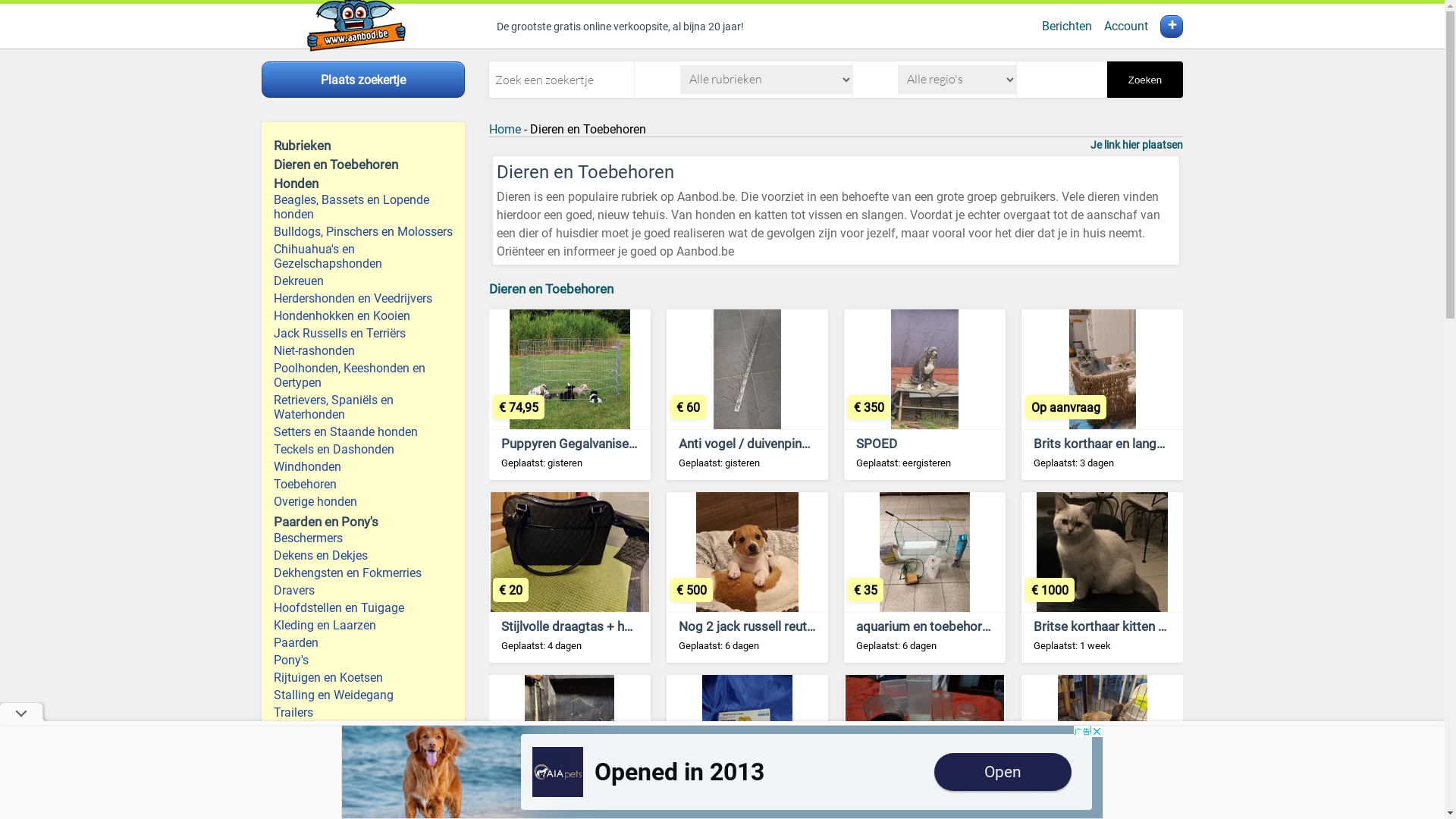  Describe the element at coordinates (273, 448) in the screenshot. I see `'Teckels en Dashonden'` at that location.